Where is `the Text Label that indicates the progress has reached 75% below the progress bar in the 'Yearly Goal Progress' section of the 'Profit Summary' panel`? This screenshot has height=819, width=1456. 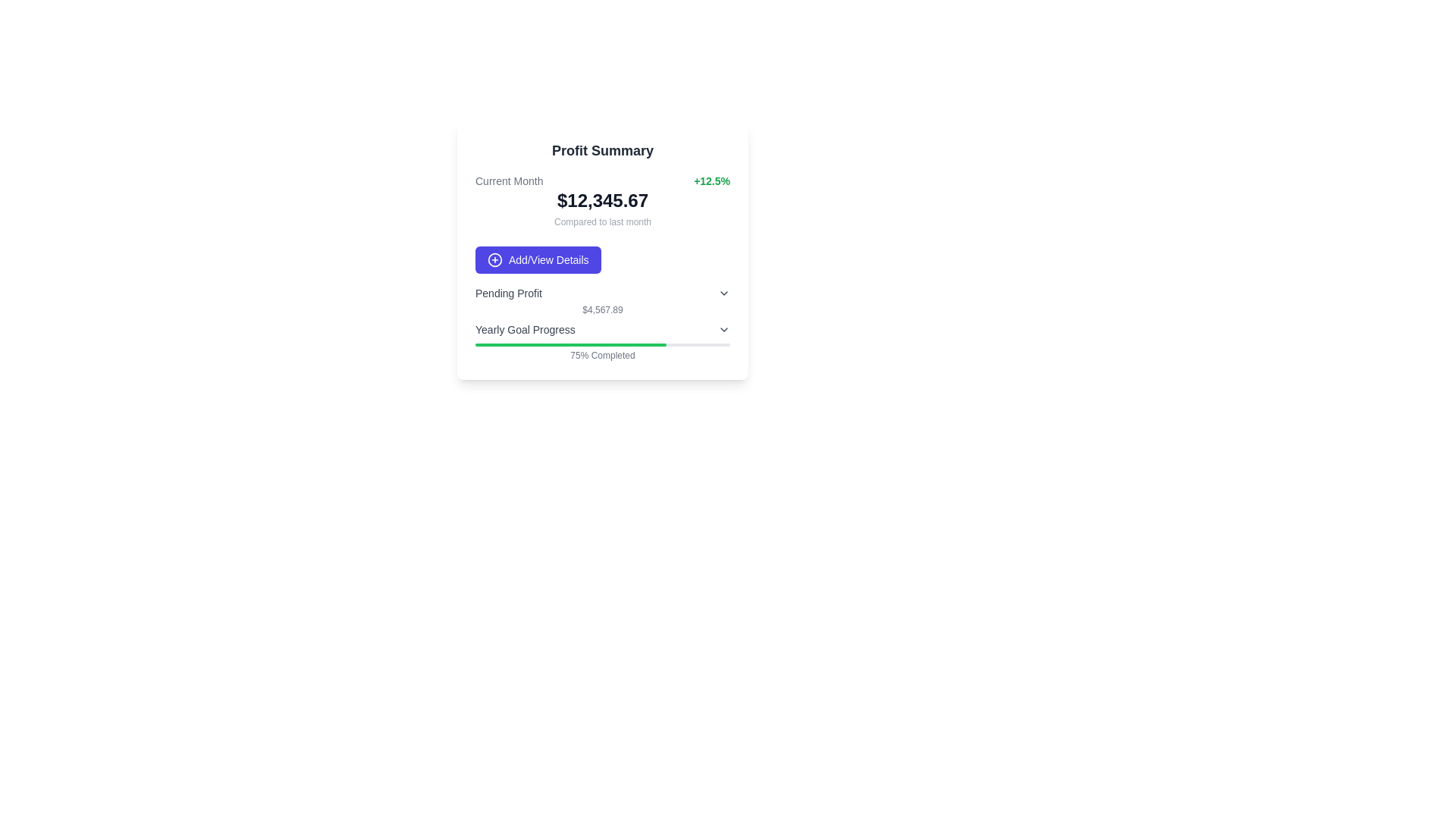 the Text Label that indicates the progress has reached 75% below the progress bar in the 'Yearly Goal Progress' section of the 'Profit Summary' panel is located at coordinates (602, 356).